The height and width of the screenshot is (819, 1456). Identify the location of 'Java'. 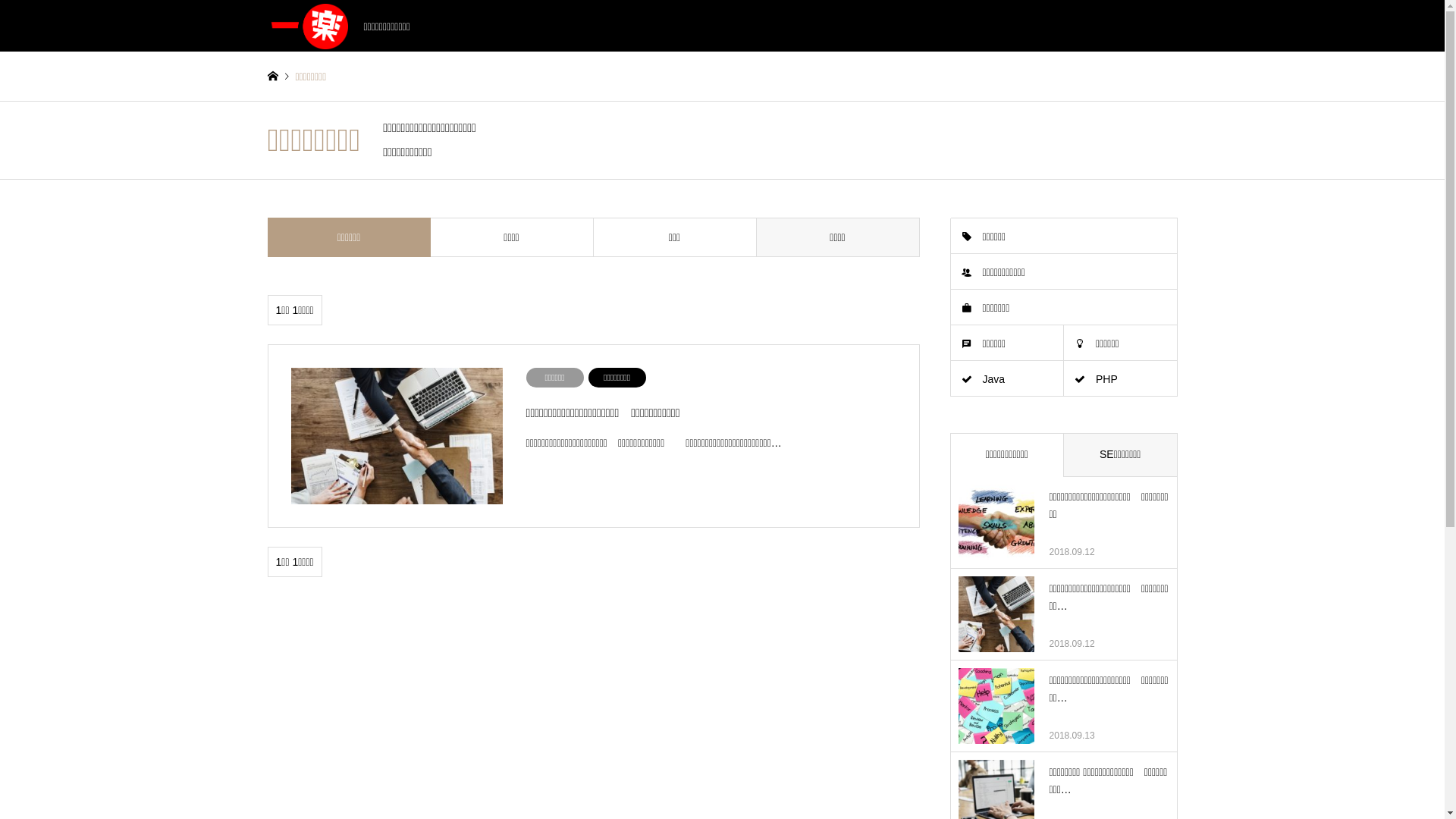
(1007, 378).